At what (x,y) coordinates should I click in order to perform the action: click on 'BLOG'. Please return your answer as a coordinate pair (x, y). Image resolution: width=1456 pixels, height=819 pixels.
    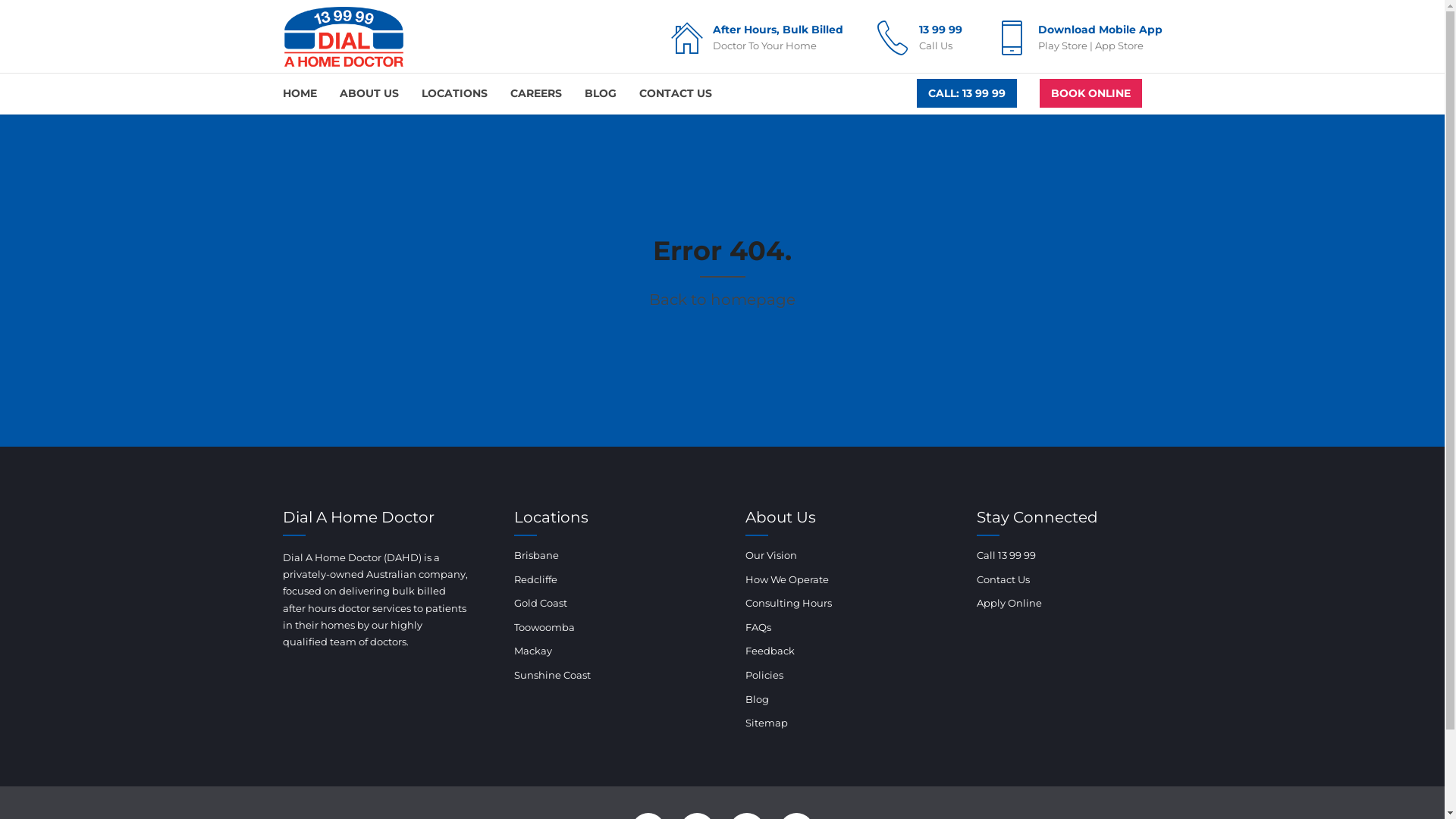
    Looking at the image, I should click on (582, 93).